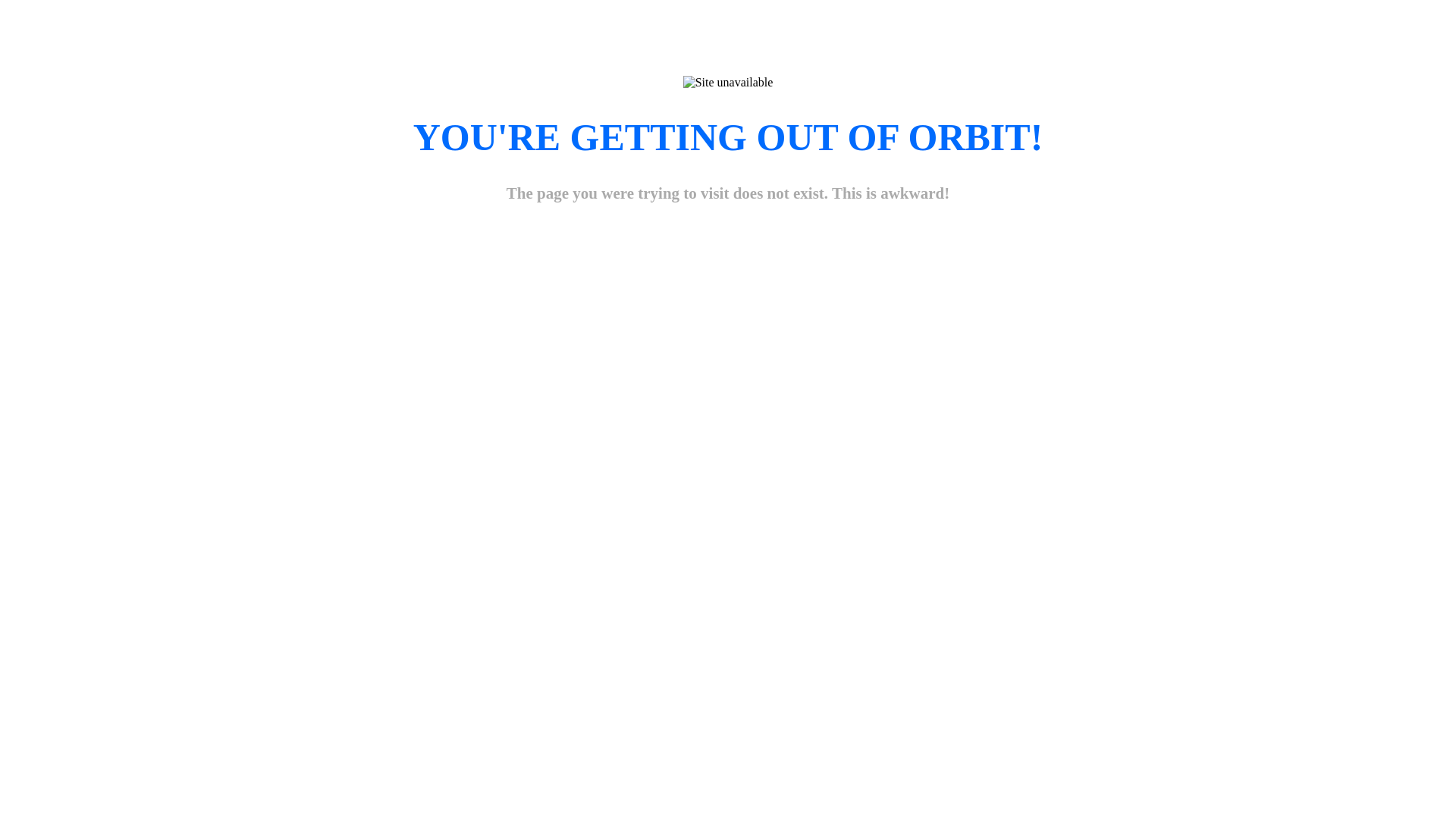 This screenshot has height=819, width=1456. What do you see at coordinates (682, 82) in the screenshot?
I see `'Site unavailable'` at bounding box center [682, 82].